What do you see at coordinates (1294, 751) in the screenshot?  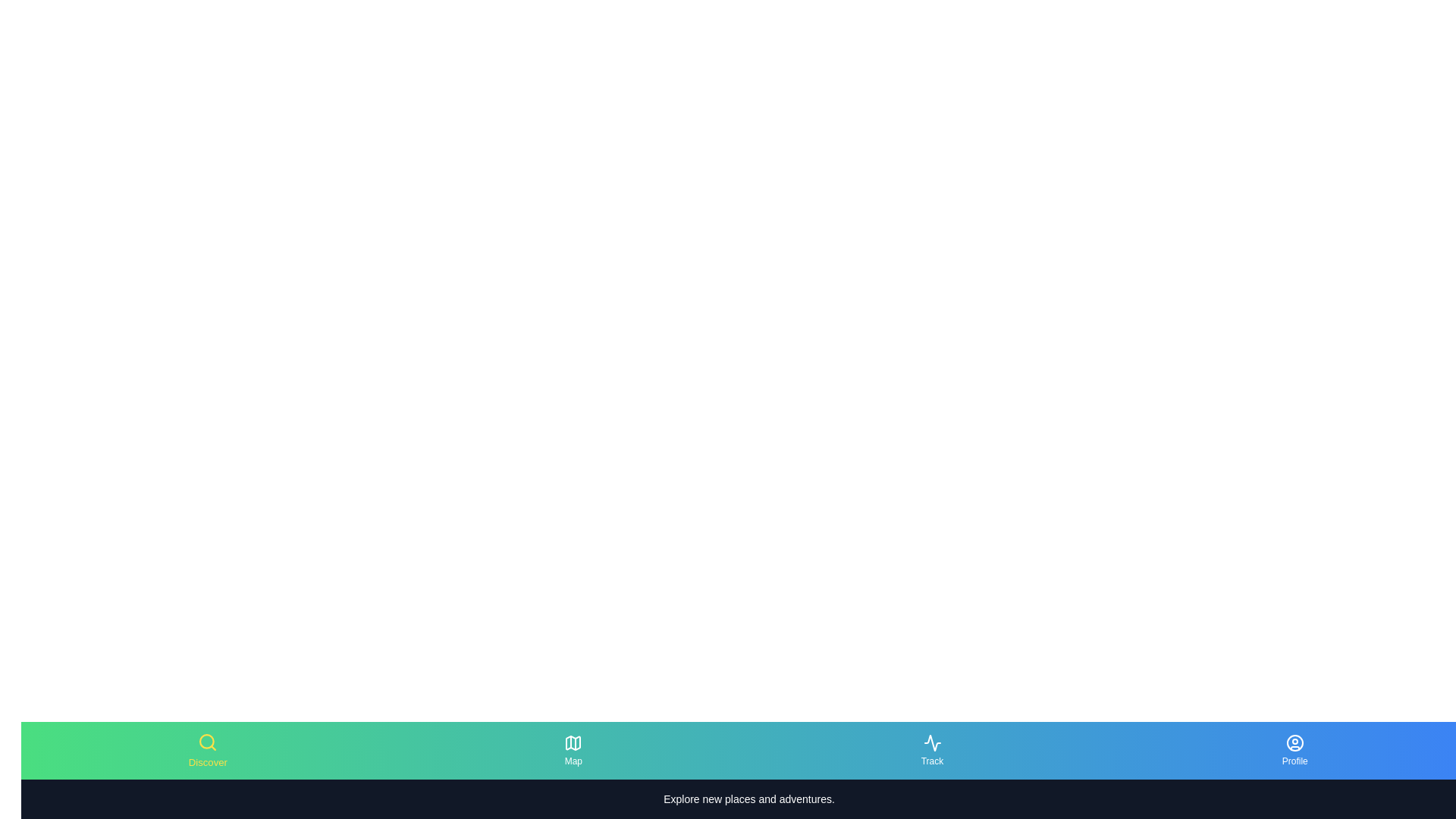 I see `the tab labeled Profile to navigate to its content` at bounding box center [1294, 751].